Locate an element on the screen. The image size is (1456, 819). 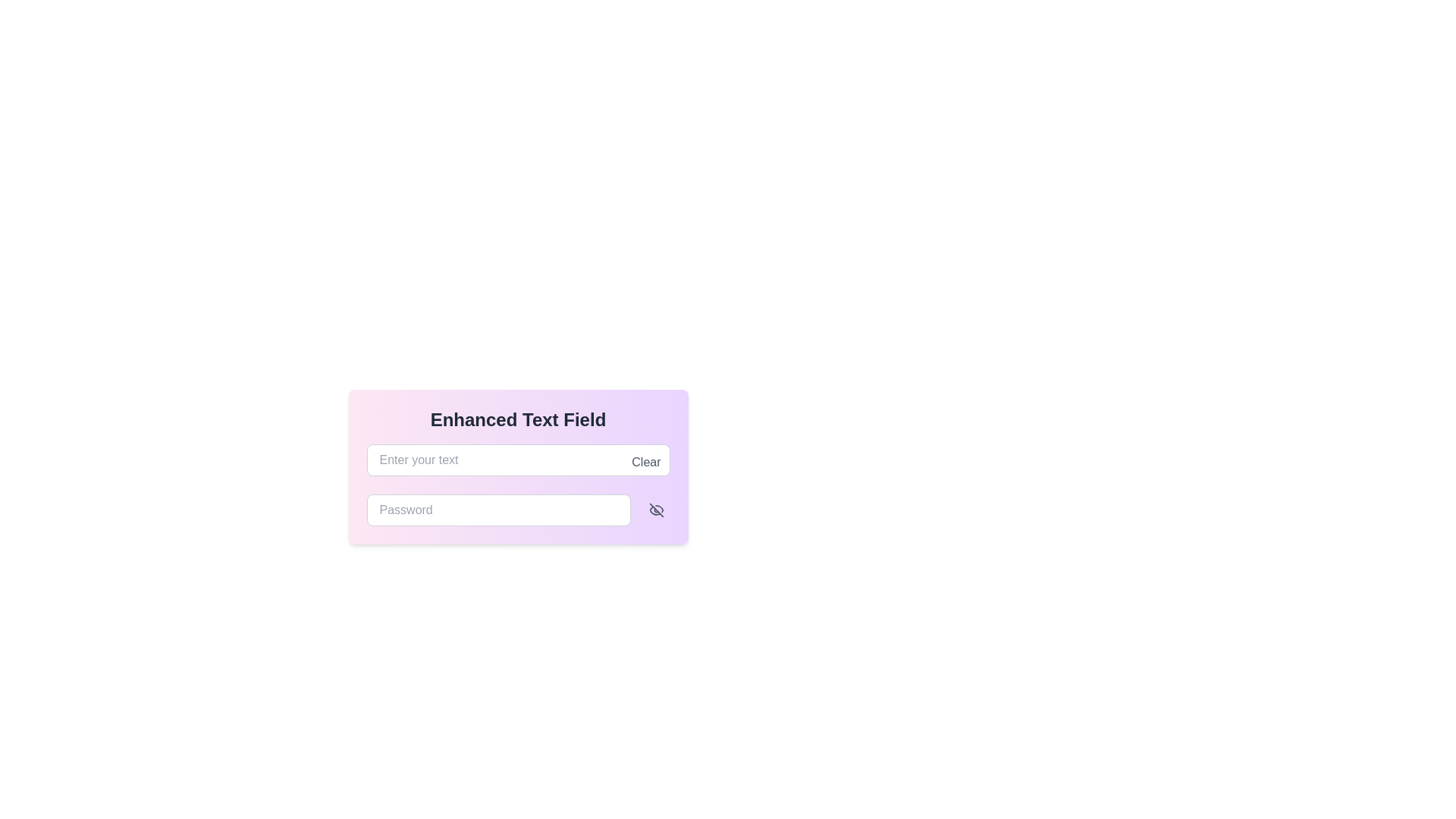
the visibility toggle icon, which is an SVG icon resembling a diagonal line passing through an eye, located near the bottom-right corner of the password input field is located at coordinates (656, 510).